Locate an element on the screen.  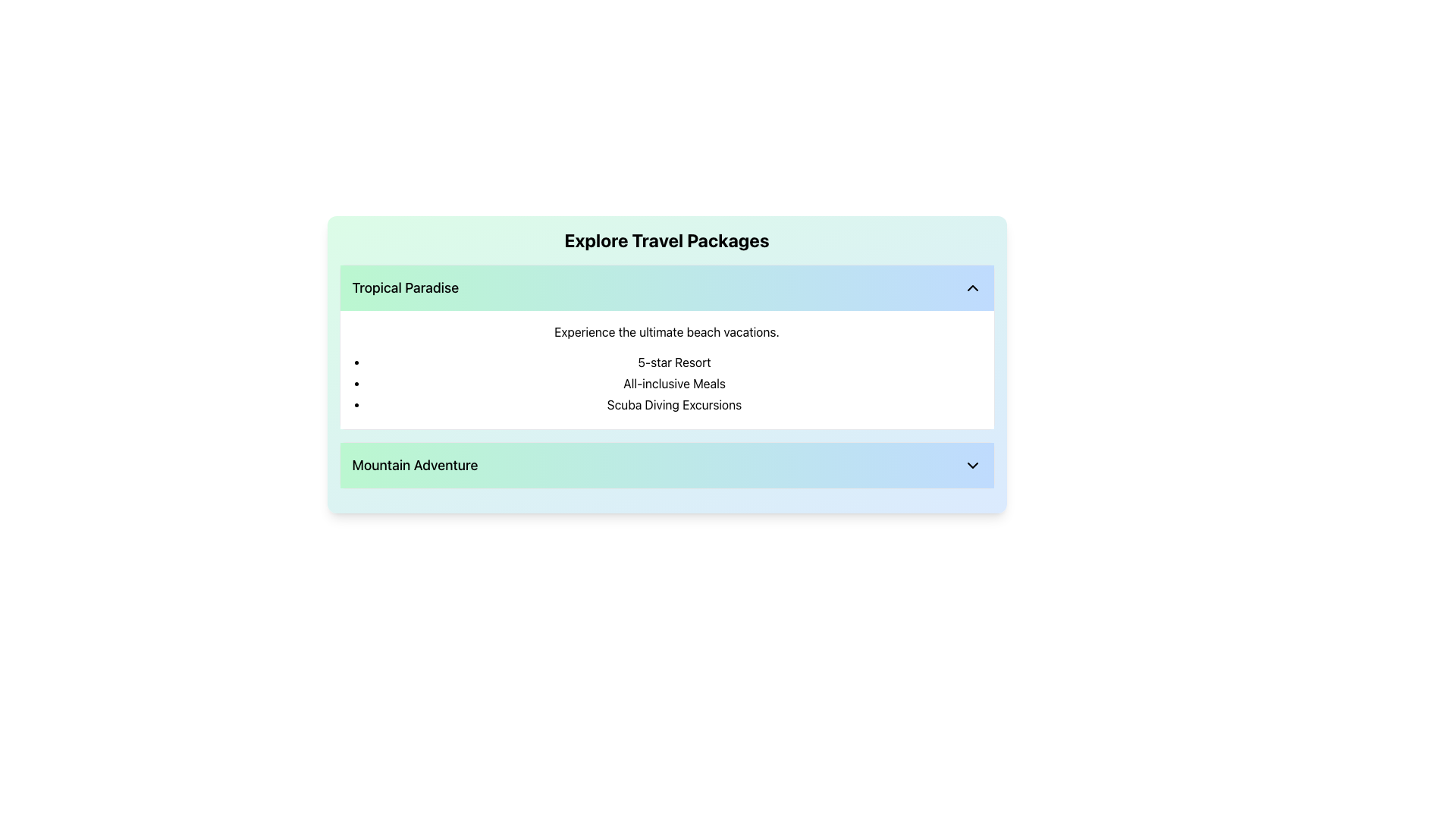
the toggle icon at the right end of the blue gradient bar is located at coordinates (972, 288).